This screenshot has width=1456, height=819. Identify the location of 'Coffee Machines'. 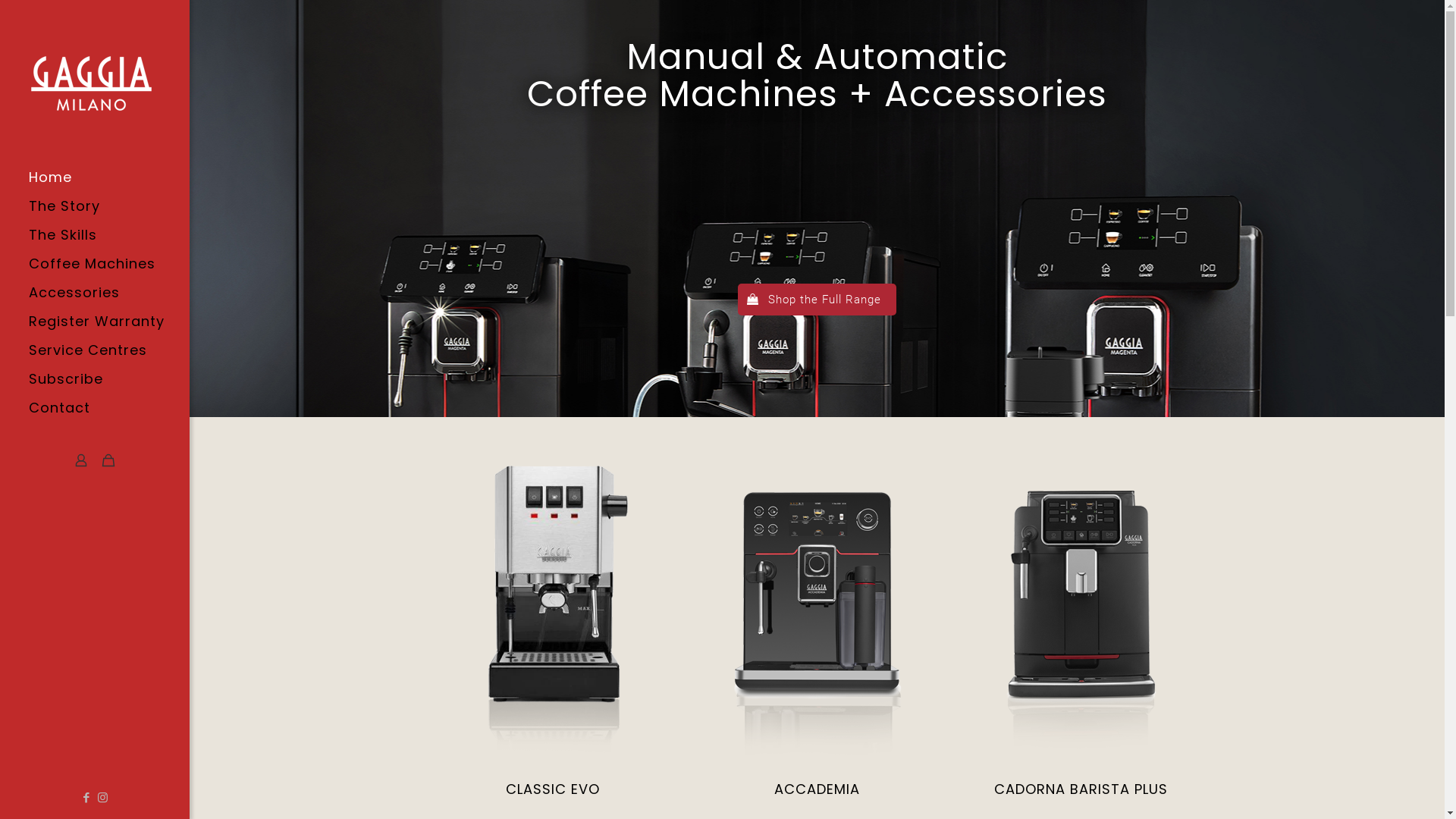
(93, 262).